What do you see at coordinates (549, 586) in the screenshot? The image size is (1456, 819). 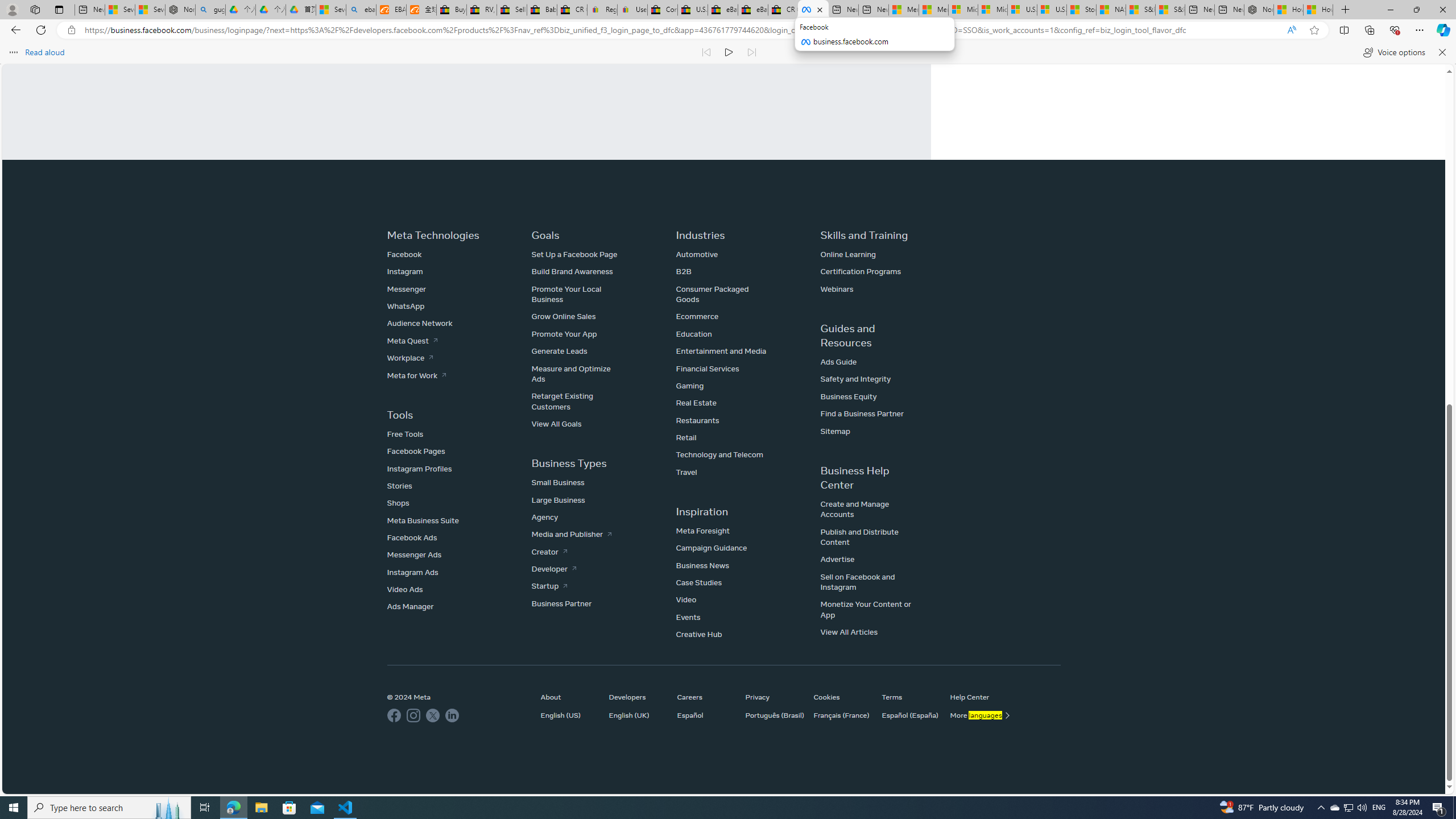 I see `'Startup'` at bounding box center [549, 586].